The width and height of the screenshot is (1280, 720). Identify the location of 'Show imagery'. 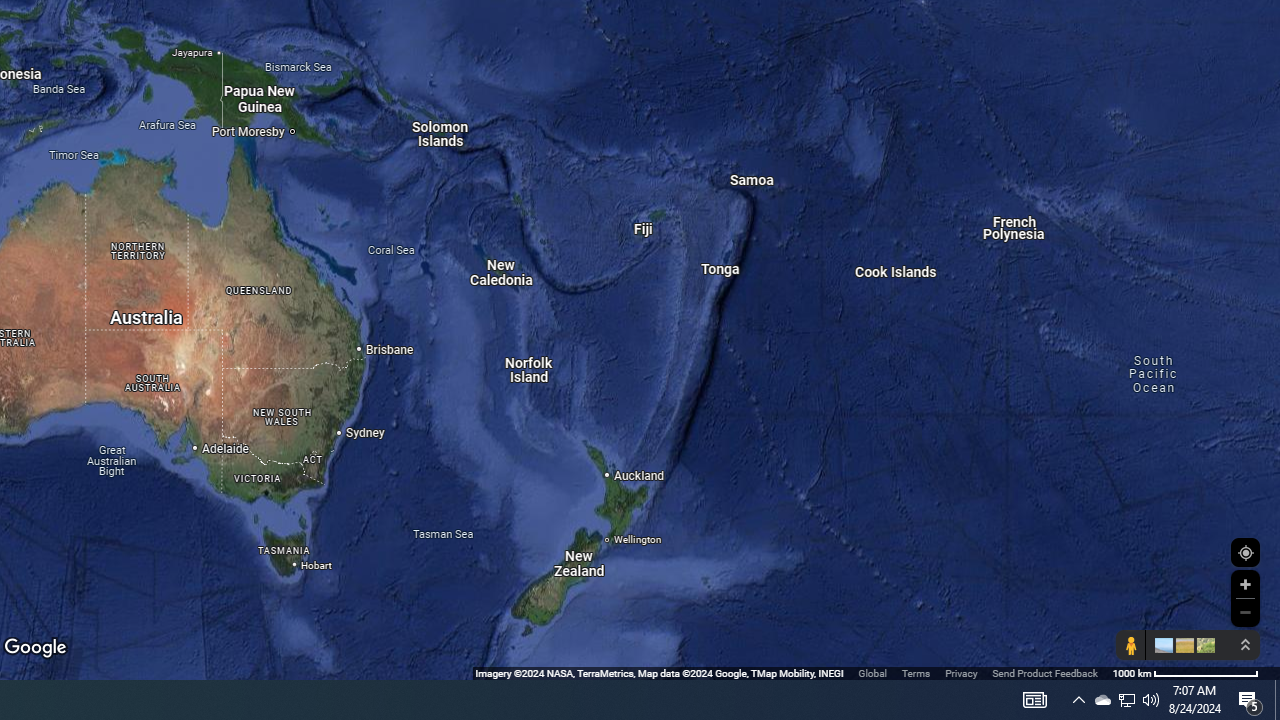
(1202, 645).